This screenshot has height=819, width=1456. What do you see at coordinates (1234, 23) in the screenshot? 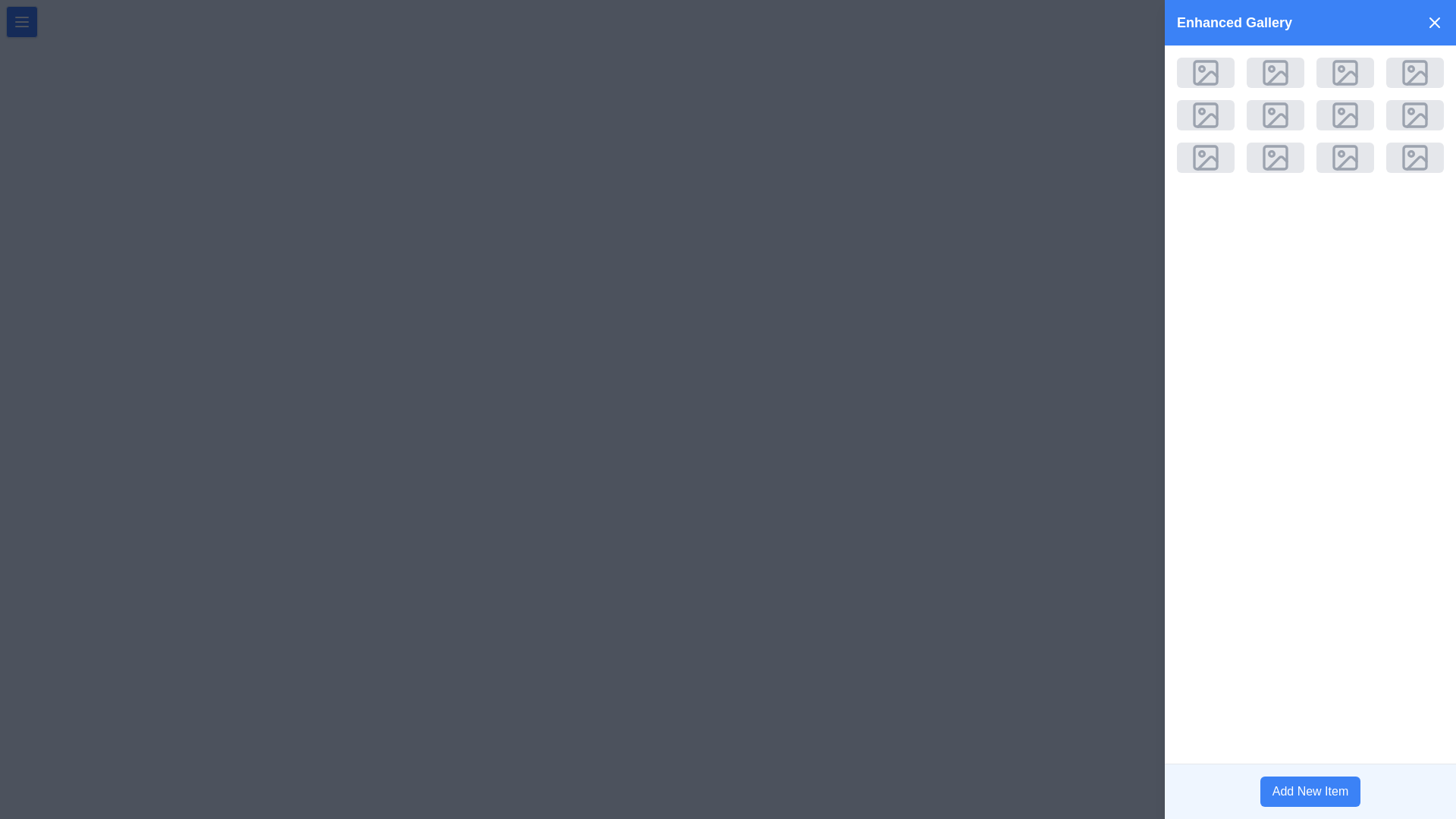
I see `heading text located at the top left of the gallery interface, which serves as the title for the gallery` at bounding box center [1234, 23].